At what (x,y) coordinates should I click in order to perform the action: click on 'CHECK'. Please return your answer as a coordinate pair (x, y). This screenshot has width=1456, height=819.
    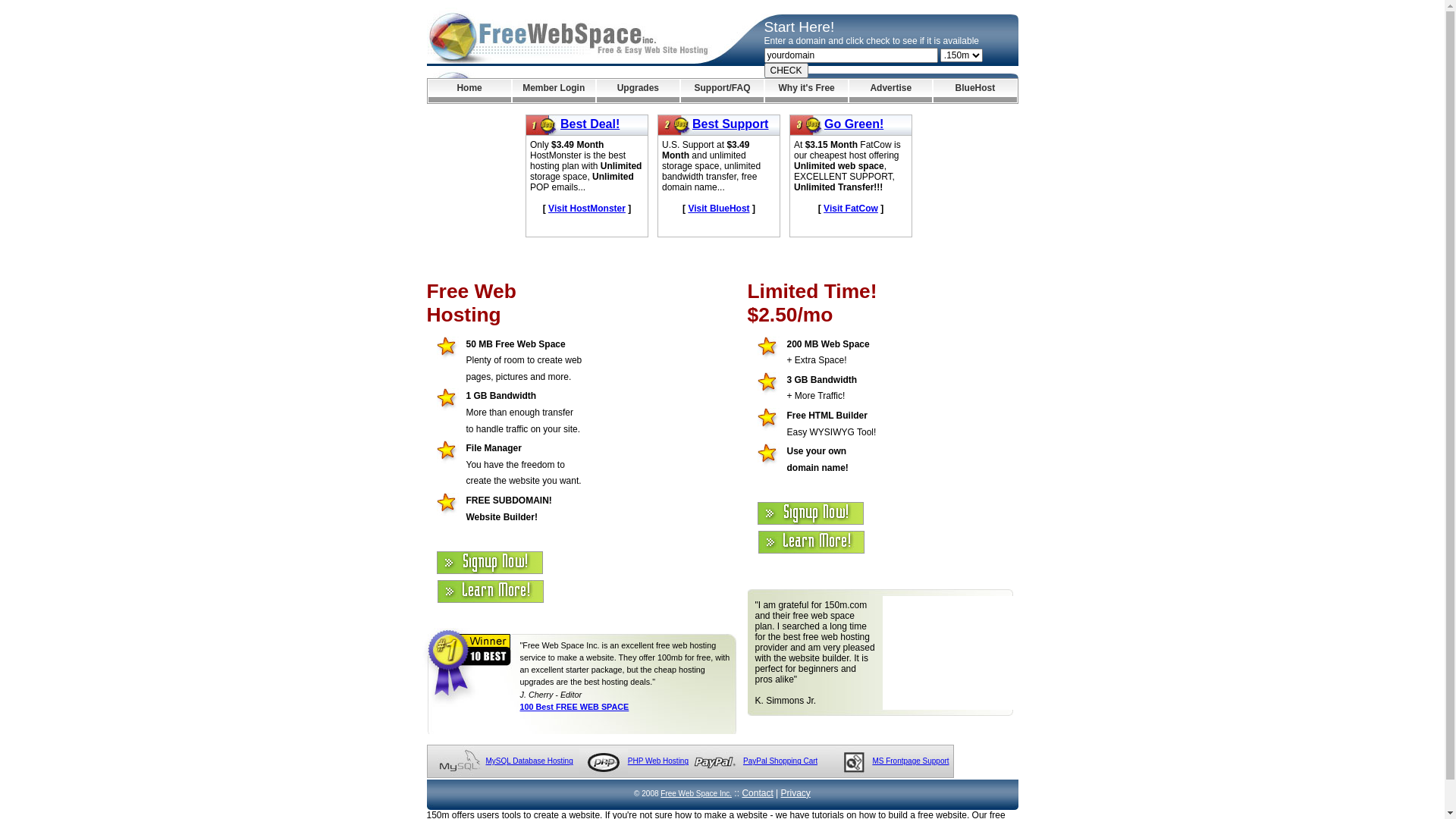
    Looking at the image, I should click on (786, 70).